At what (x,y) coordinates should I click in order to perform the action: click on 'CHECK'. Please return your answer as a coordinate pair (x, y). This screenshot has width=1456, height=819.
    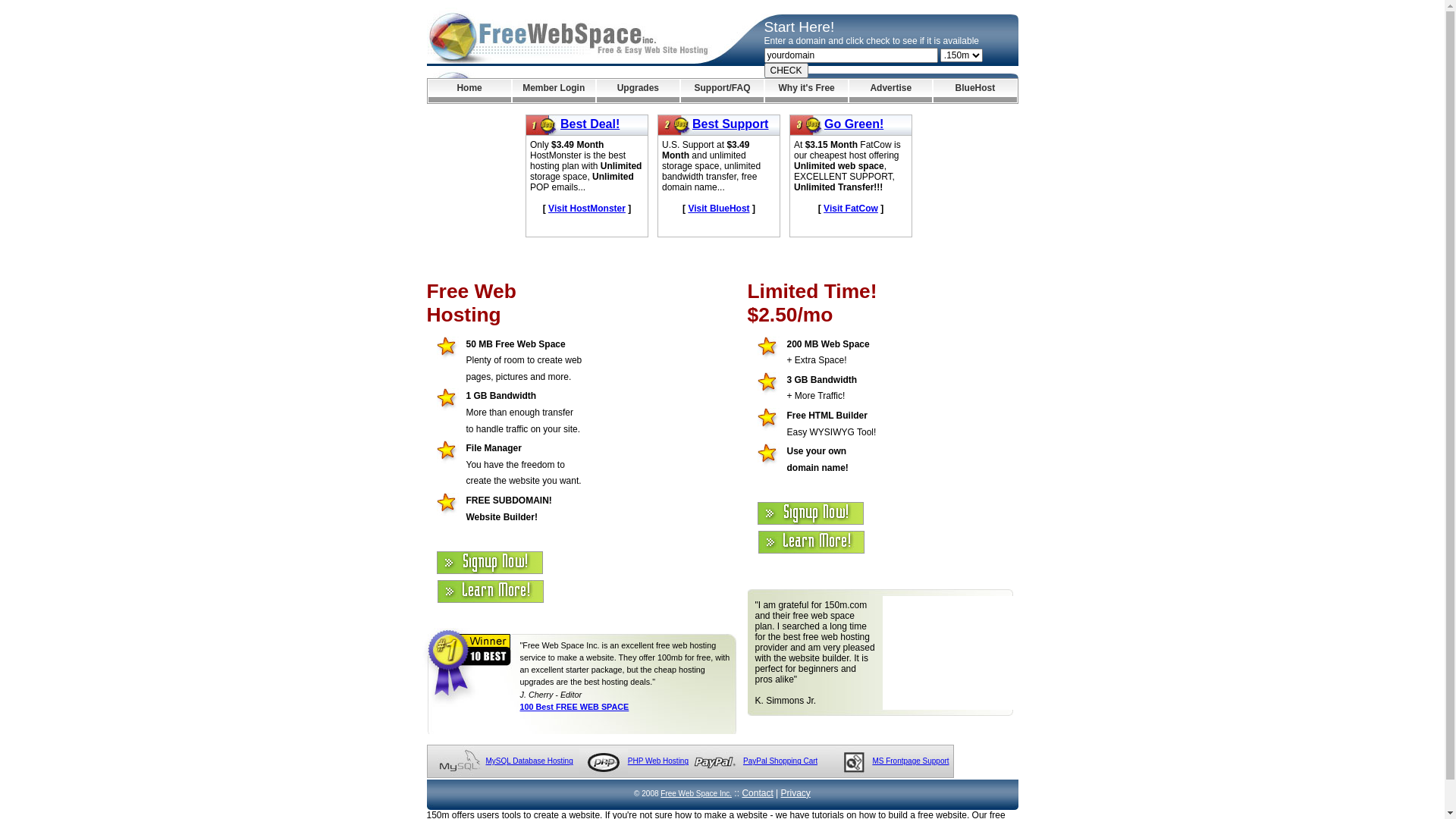
    Looking at the image, I should click on (786, 70).